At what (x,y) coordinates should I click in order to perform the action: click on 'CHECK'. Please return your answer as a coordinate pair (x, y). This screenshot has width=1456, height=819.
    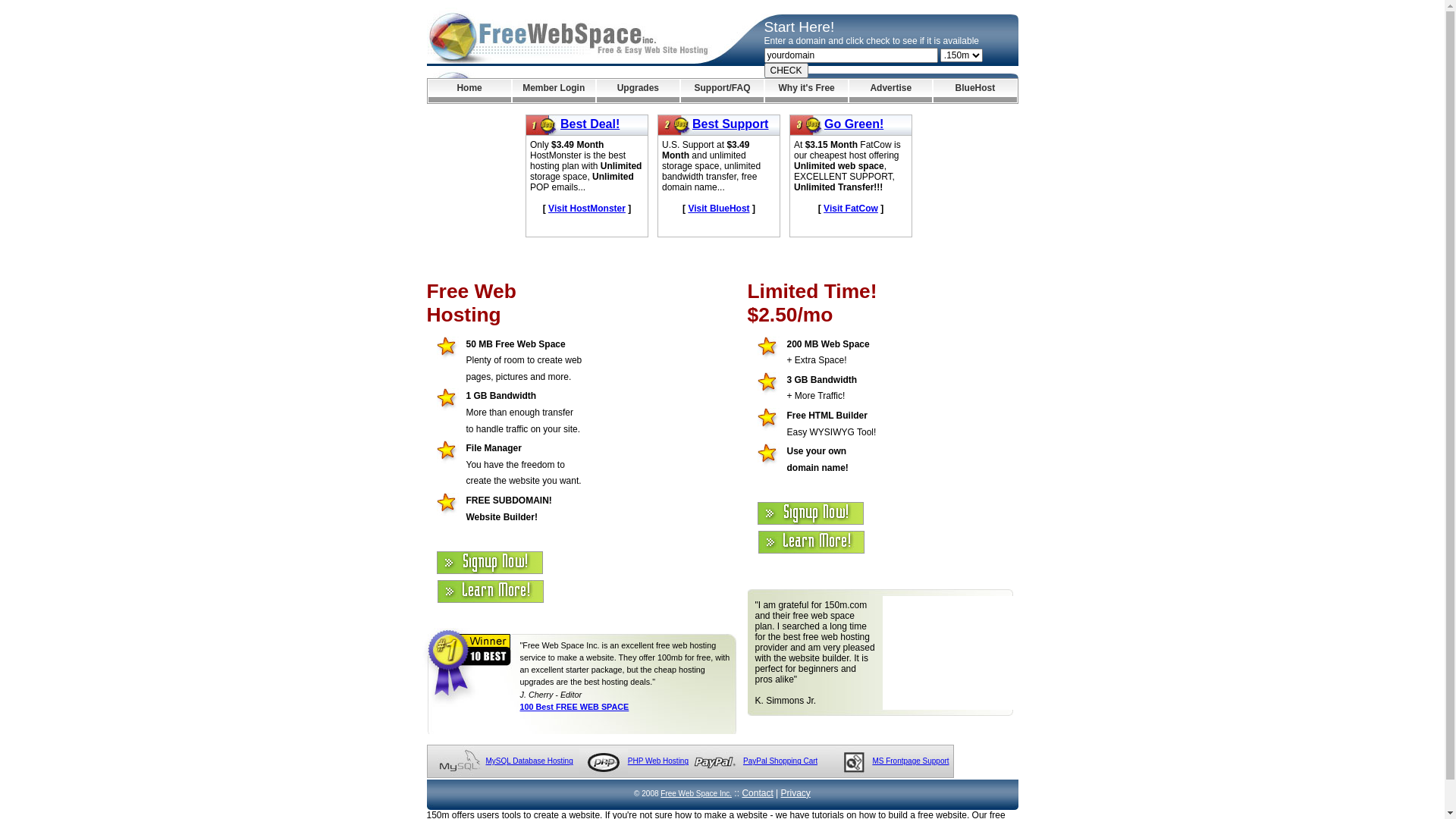
    Looking at the image, I should click on (786, 70).